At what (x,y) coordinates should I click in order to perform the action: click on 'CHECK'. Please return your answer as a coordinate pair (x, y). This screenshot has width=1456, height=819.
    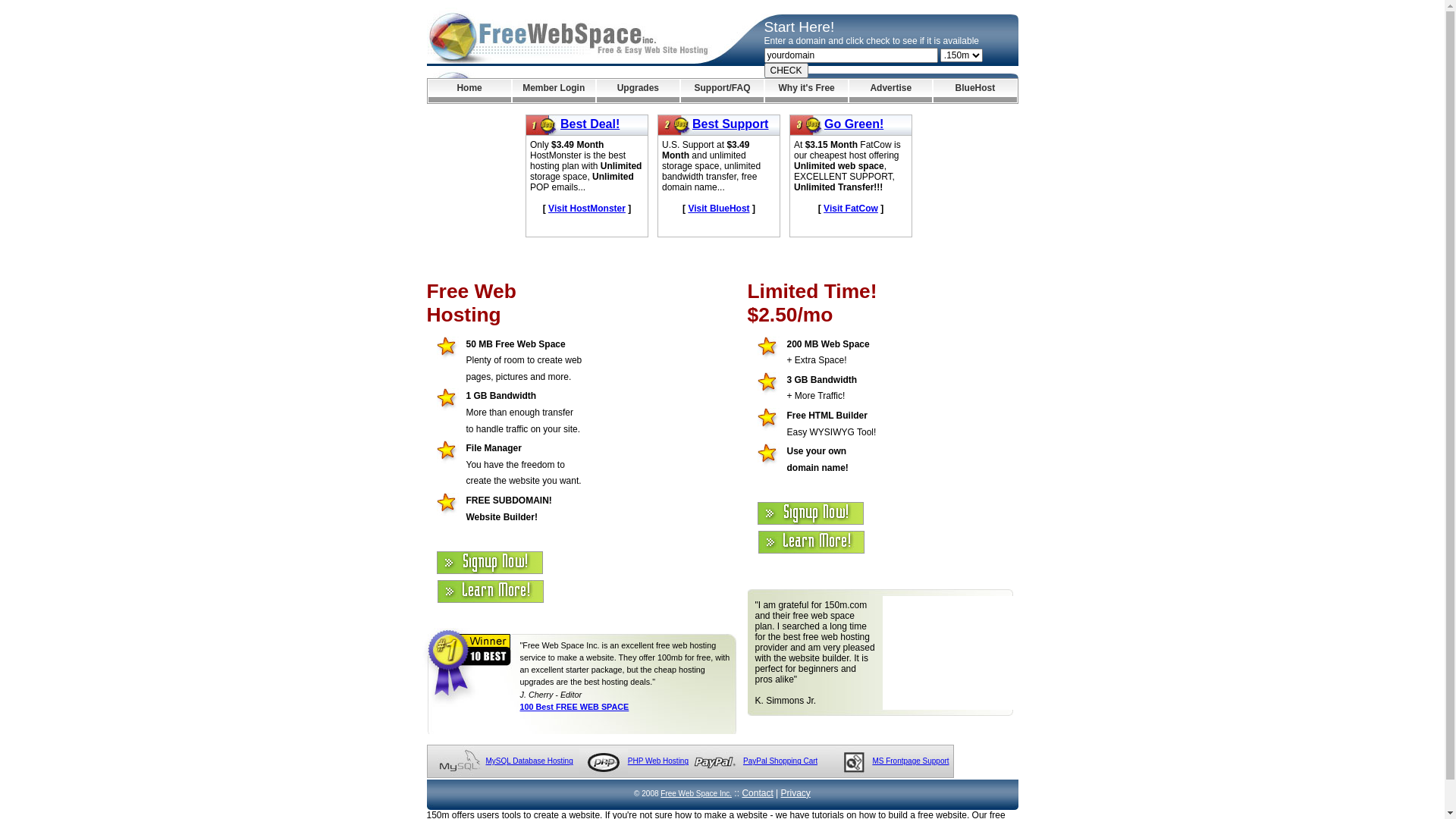
    Looking at the image, I should click on (786, 70).